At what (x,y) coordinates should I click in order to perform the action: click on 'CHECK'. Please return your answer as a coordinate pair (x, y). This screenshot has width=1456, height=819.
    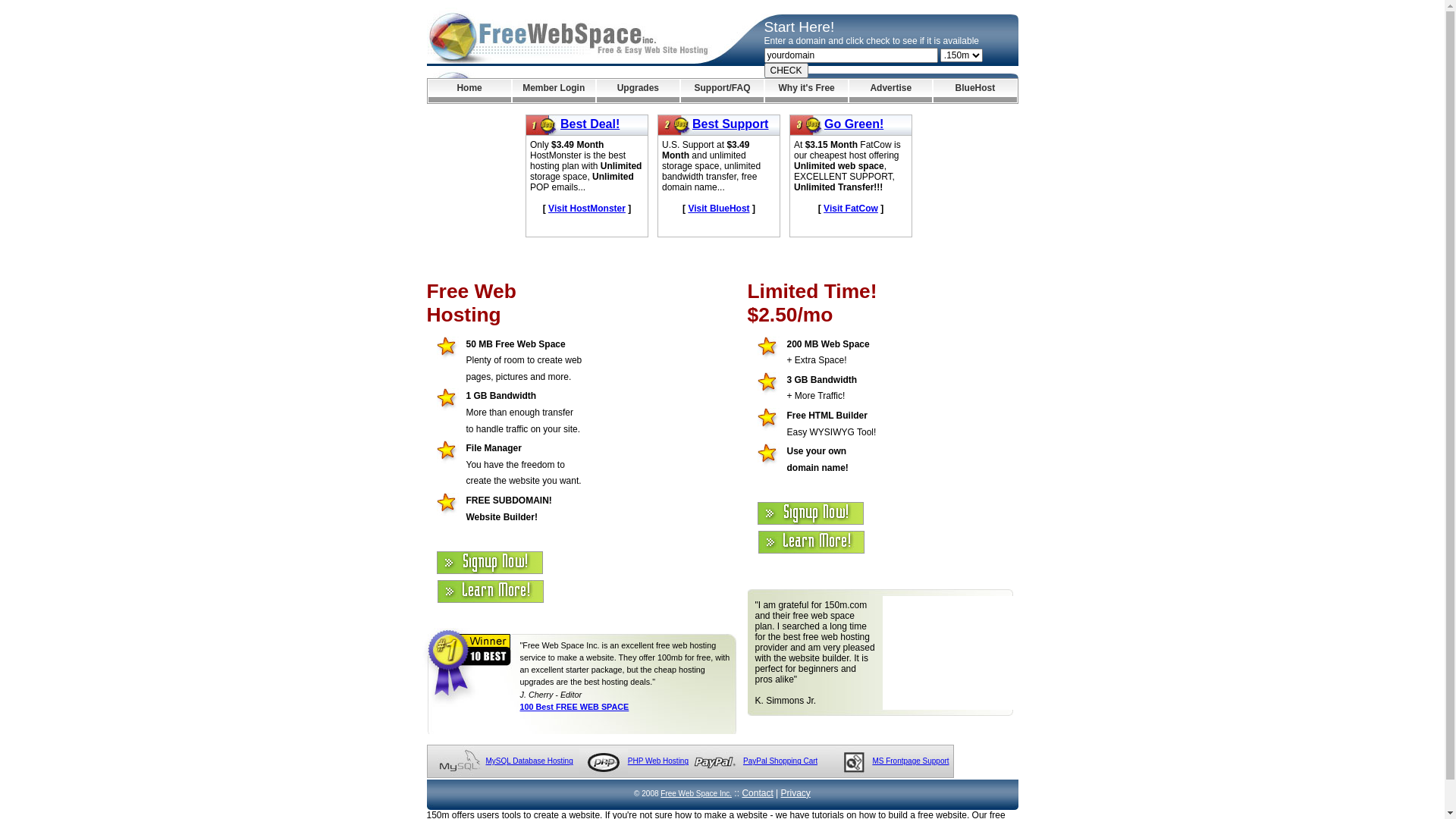
    Looking at the image, I should click on (786, 70).